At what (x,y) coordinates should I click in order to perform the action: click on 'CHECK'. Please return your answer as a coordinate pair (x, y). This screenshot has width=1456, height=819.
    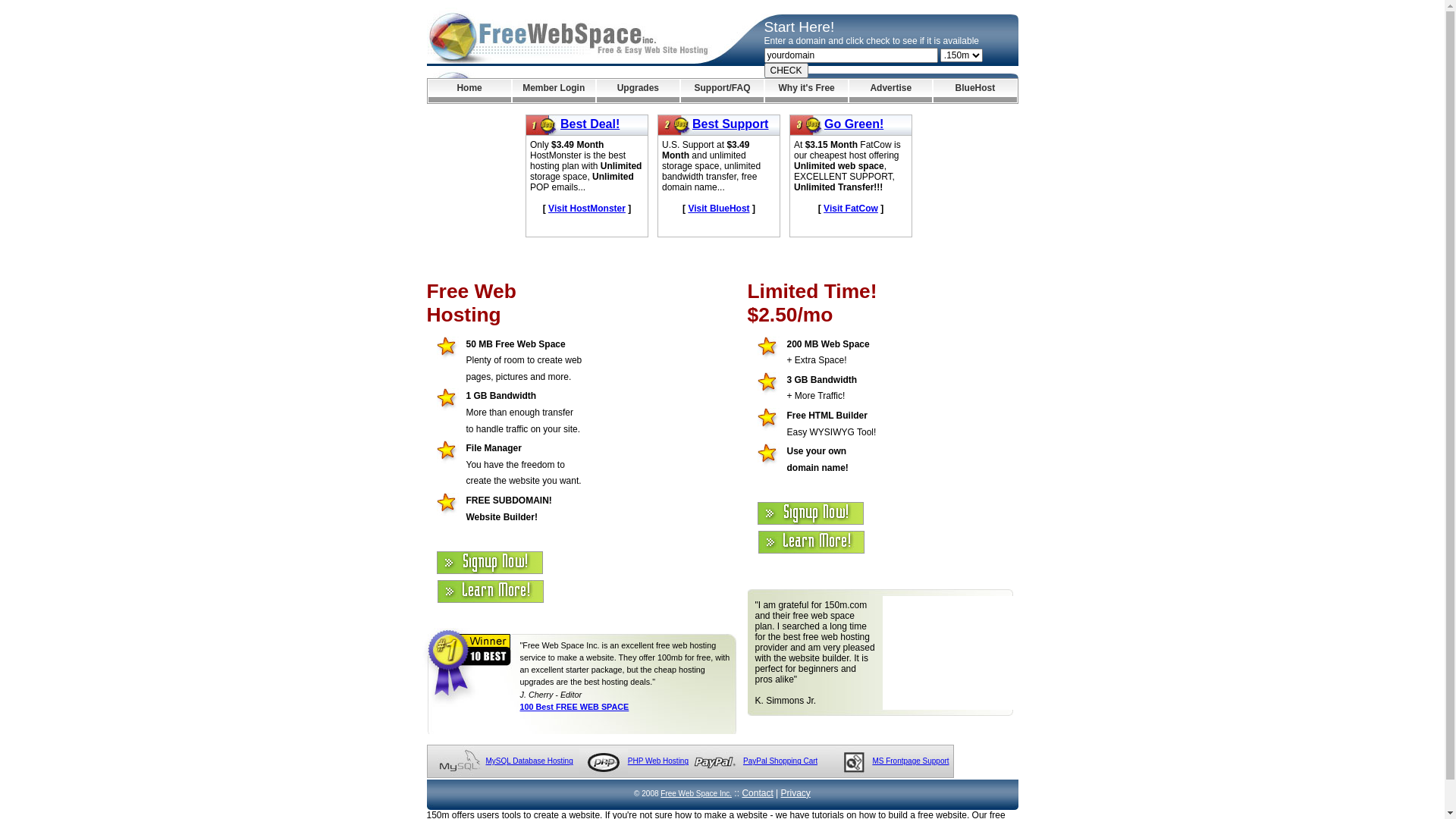
    Looking at the image, I should click on (786, 70).